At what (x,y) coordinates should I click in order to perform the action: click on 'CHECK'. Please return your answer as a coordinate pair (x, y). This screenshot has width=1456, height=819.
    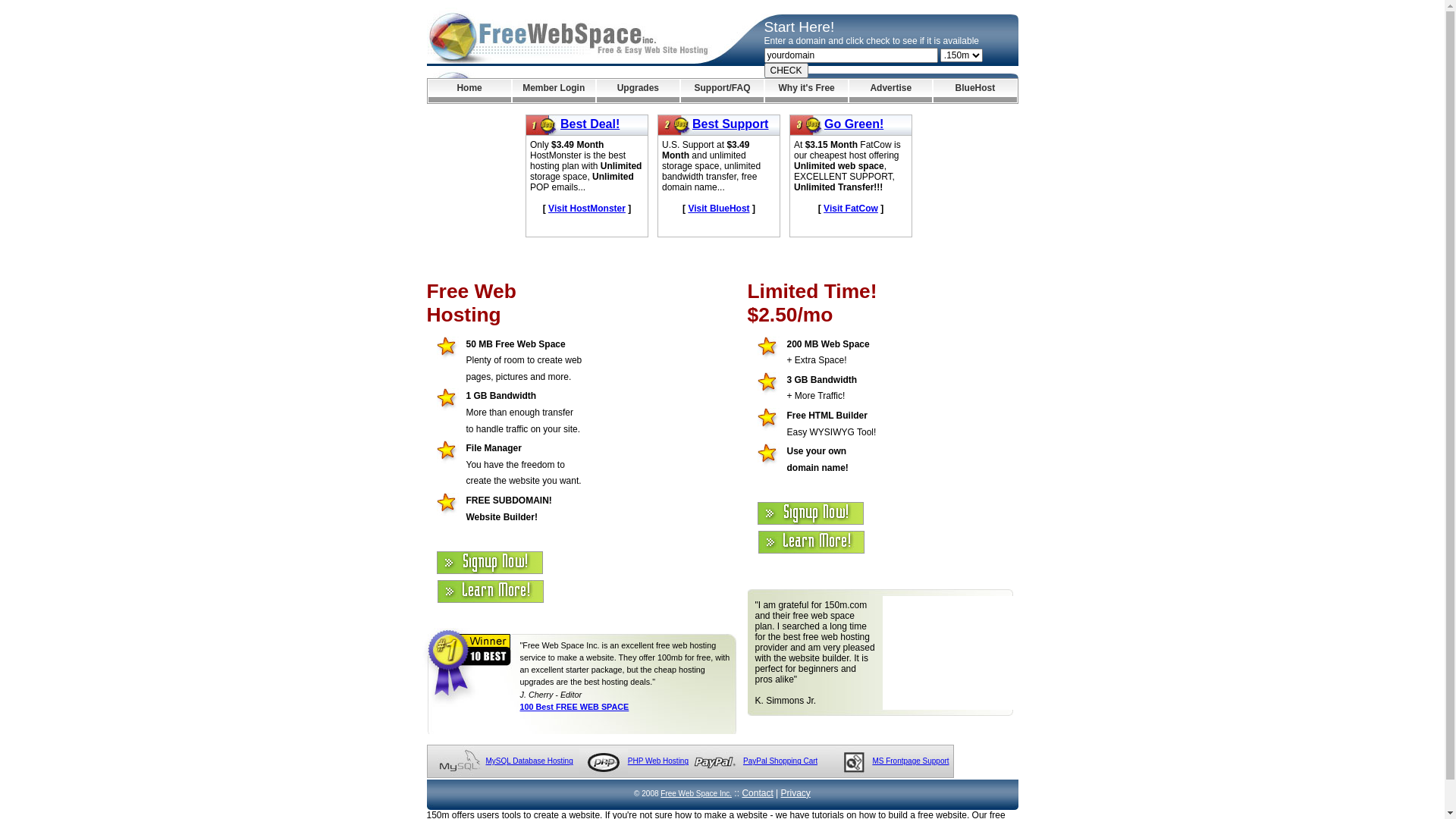
    Looking at the image, I should click on (786, 70).